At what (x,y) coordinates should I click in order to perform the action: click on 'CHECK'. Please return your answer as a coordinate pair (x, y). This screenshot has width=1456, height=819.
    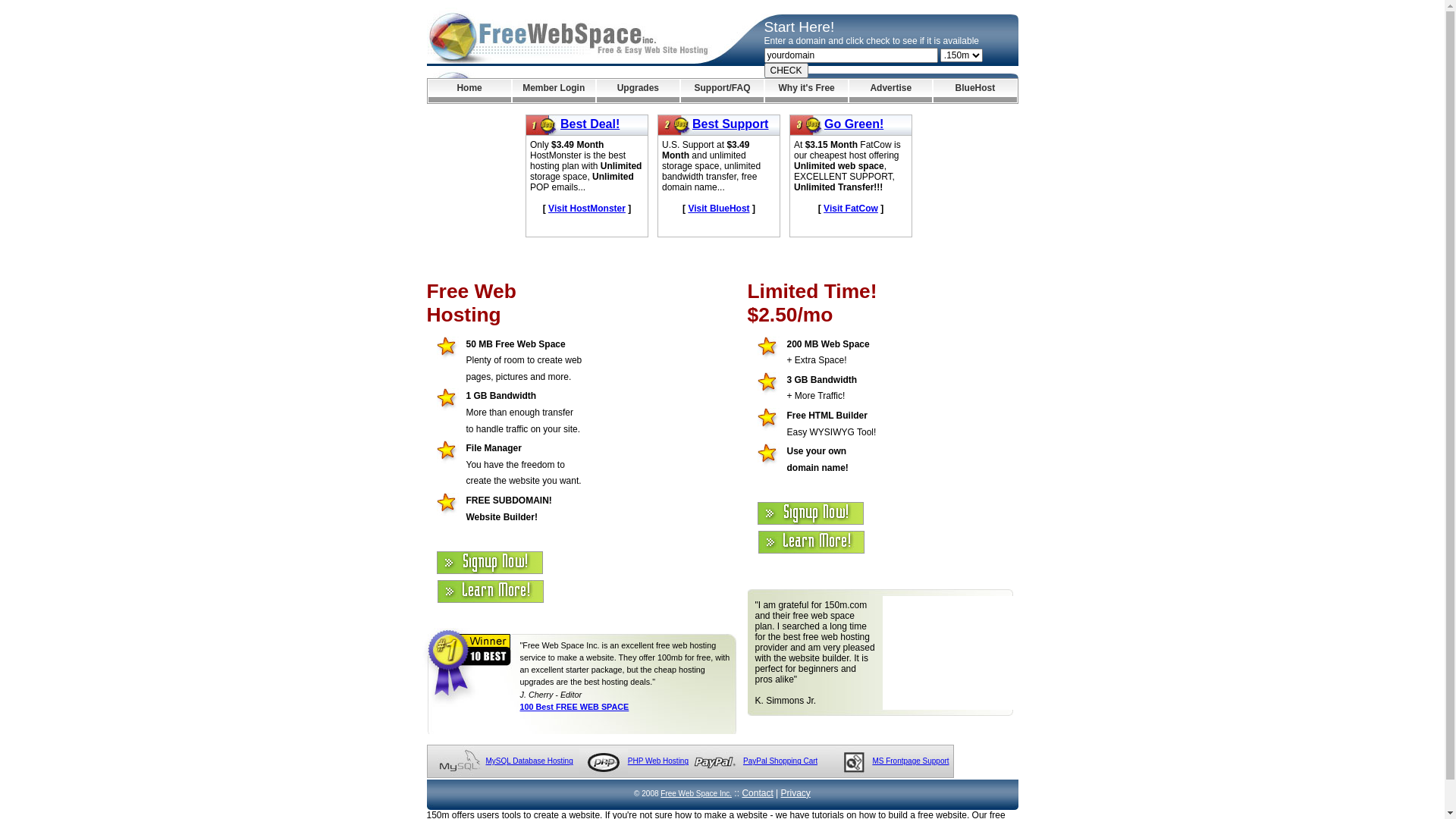
    Looking at the image, I should click on (786, 70).